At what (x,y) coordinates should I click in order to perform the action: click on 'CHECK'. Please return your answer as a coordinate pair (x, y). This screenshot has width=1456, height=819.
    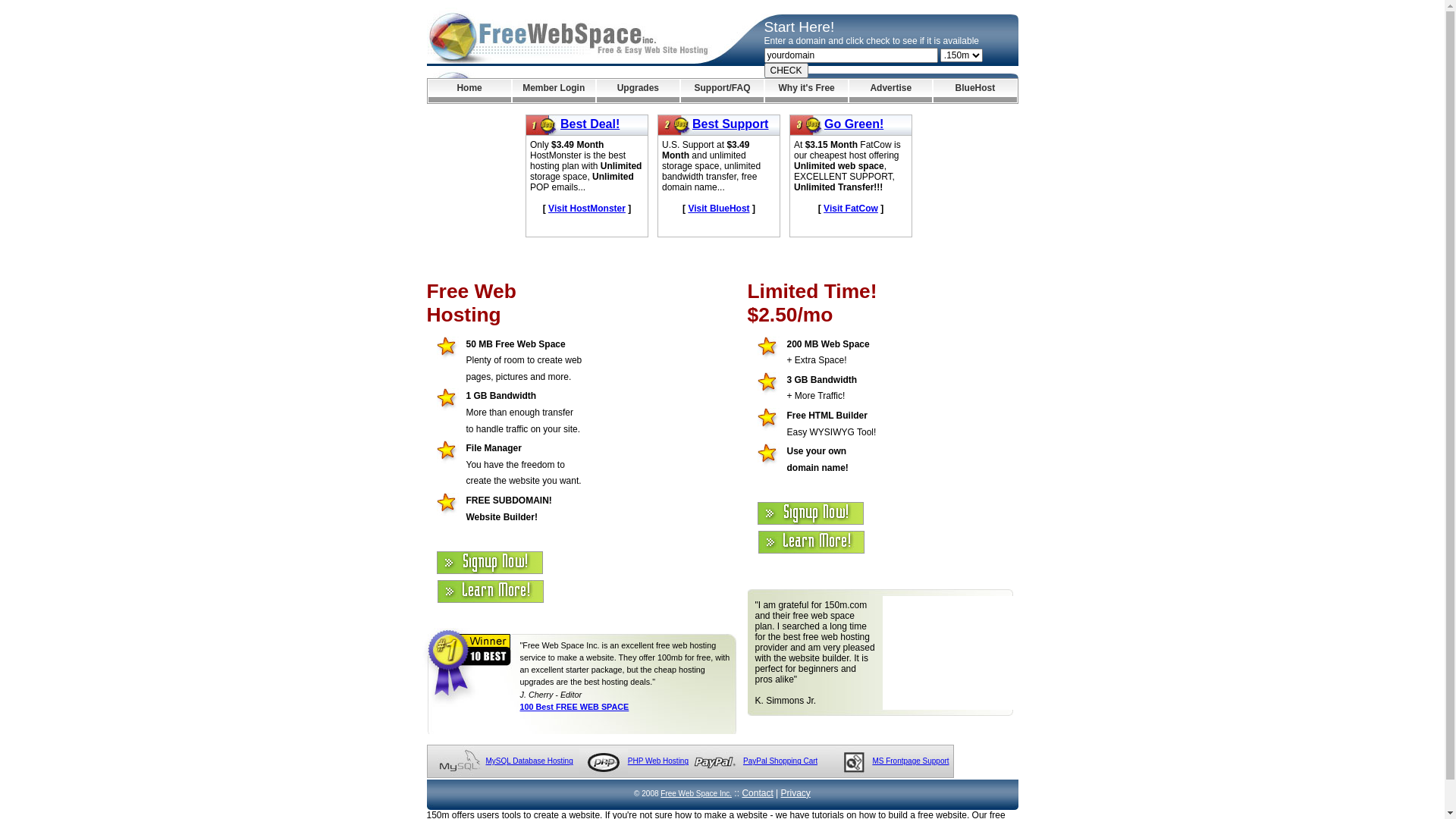
    Looking at the image, I should click on (786, 70).